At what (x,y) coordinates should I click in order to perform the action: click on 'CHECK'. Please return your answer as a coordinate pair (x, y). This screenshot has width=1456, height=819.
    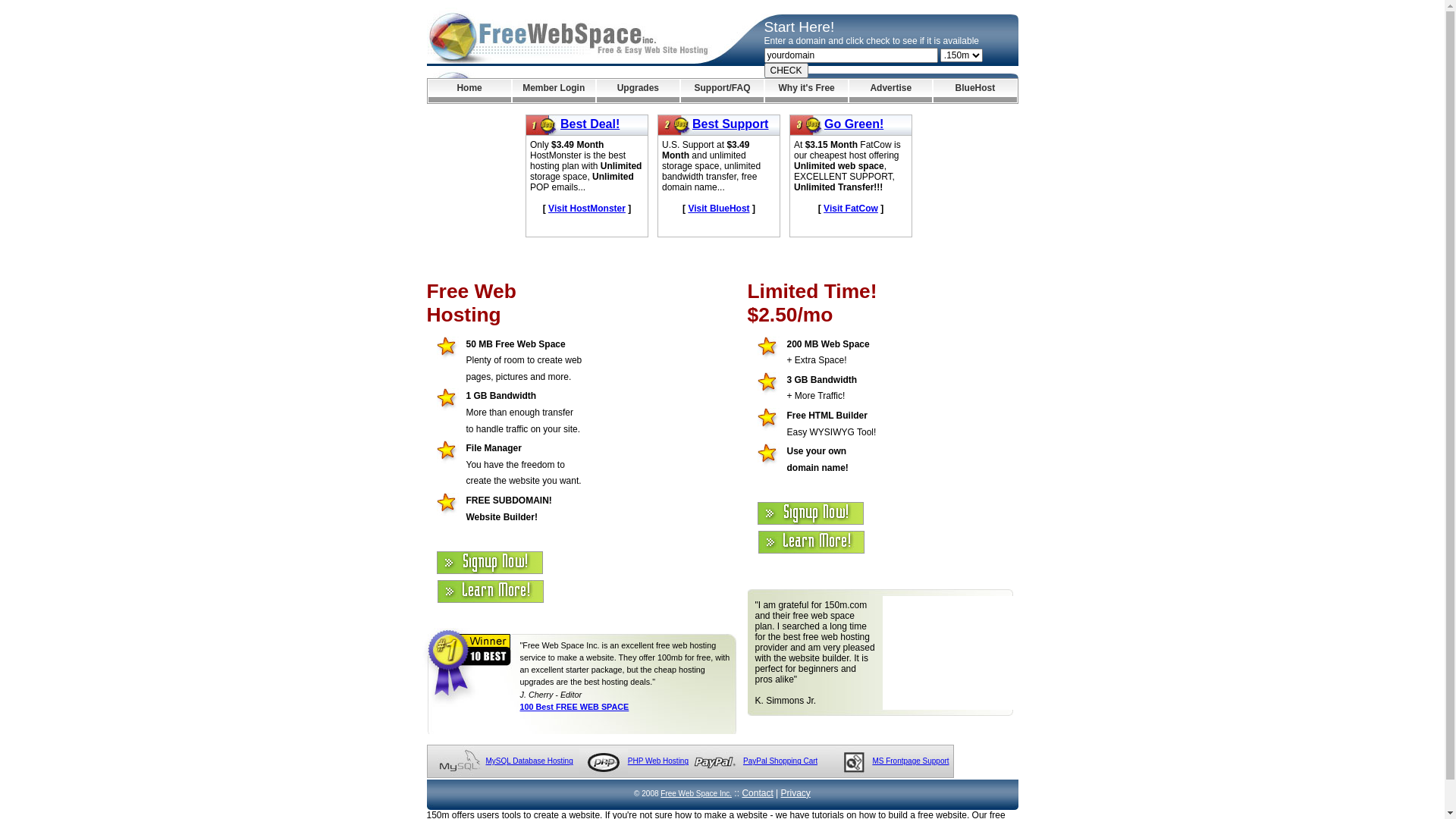
    Looking at the image, I should click on (786, 70).